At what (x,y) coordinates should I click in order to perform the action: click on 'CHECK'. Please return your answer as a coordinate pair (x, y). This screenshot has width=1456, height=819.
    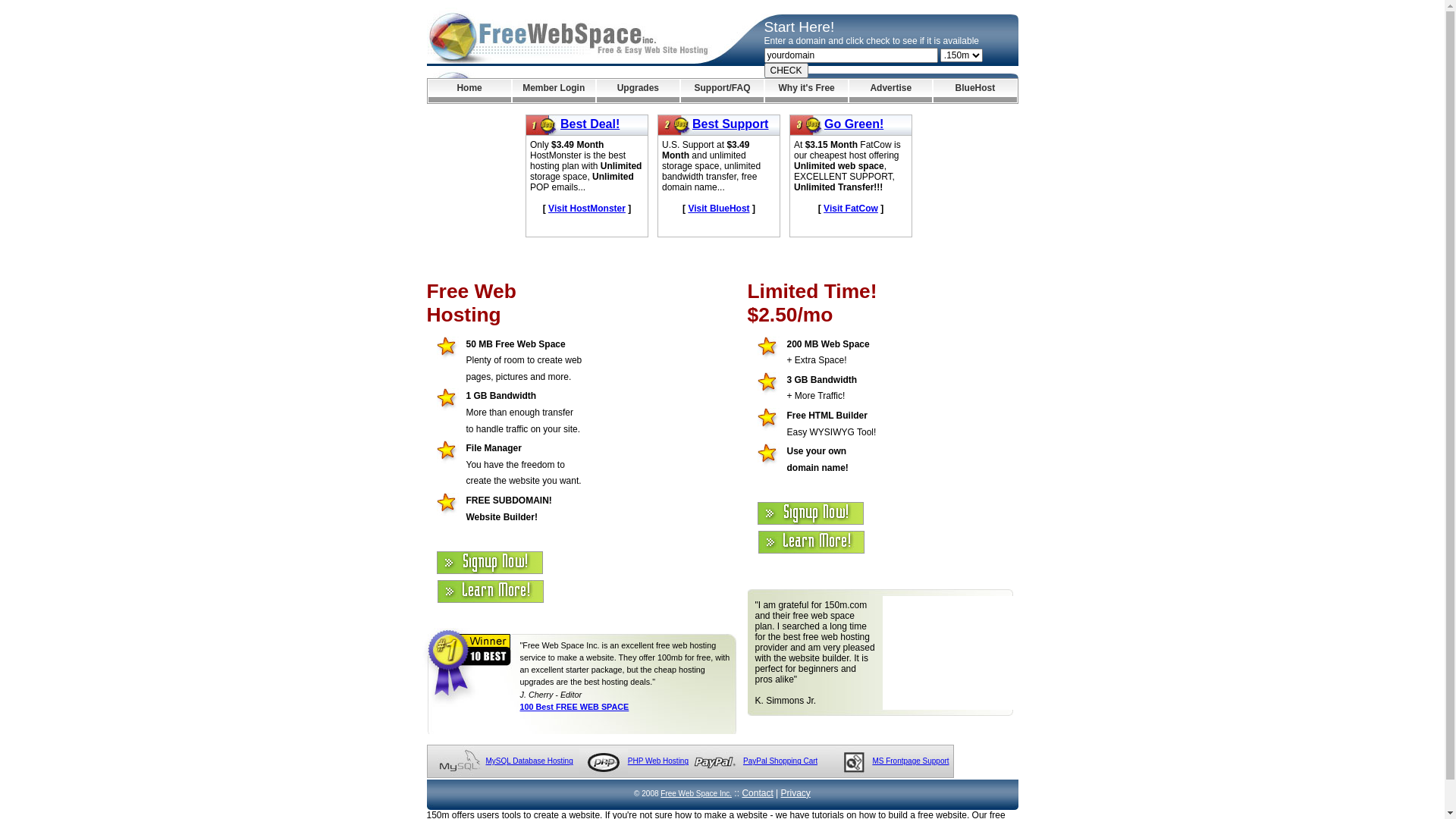
    Looking at the image, I should click on (786, 70).